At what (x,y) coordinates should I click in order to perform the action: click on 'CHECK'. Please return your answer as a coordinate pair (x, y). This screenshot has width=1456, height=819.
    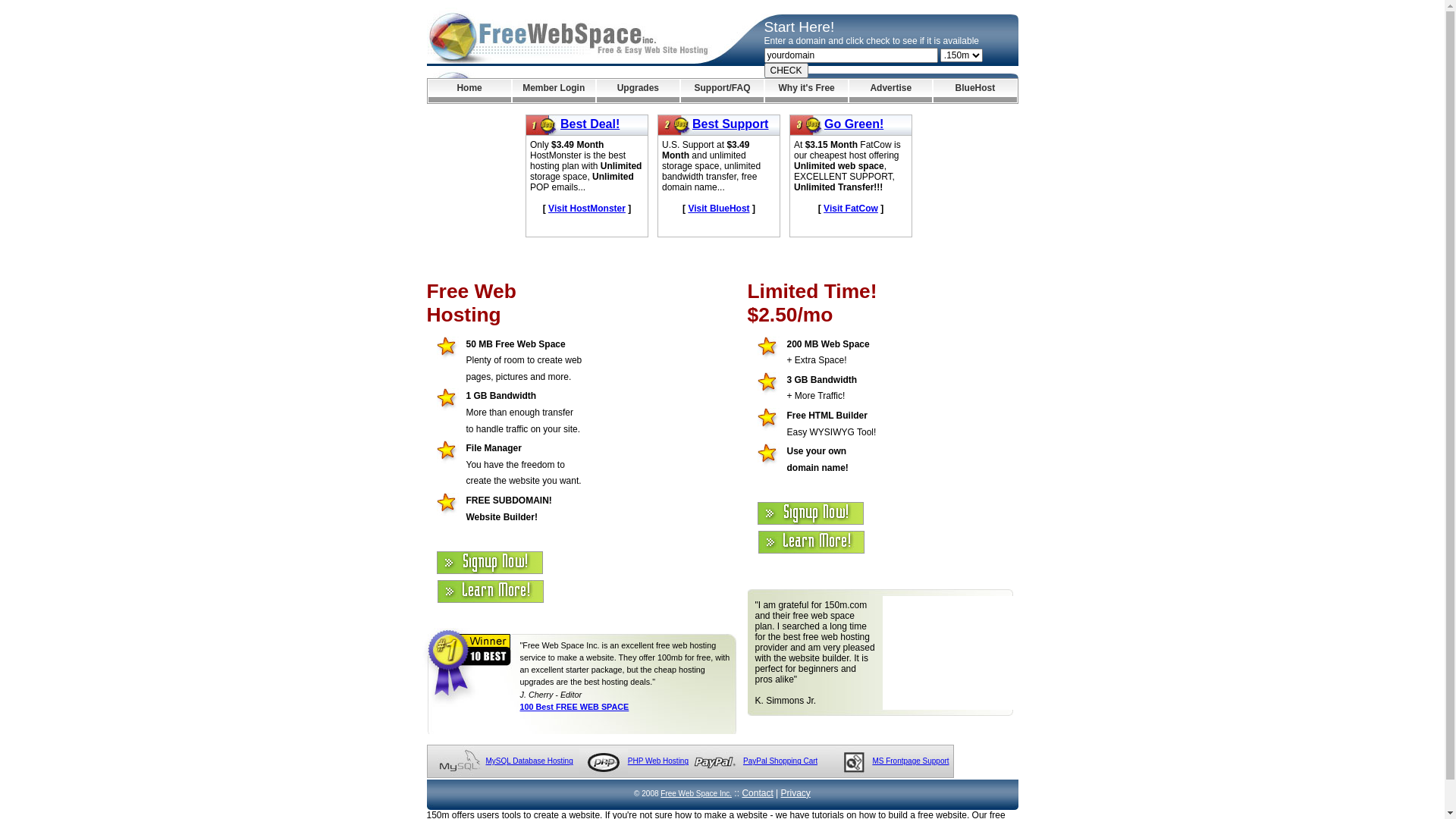
    Looking at the image, I should click on (786, 70).